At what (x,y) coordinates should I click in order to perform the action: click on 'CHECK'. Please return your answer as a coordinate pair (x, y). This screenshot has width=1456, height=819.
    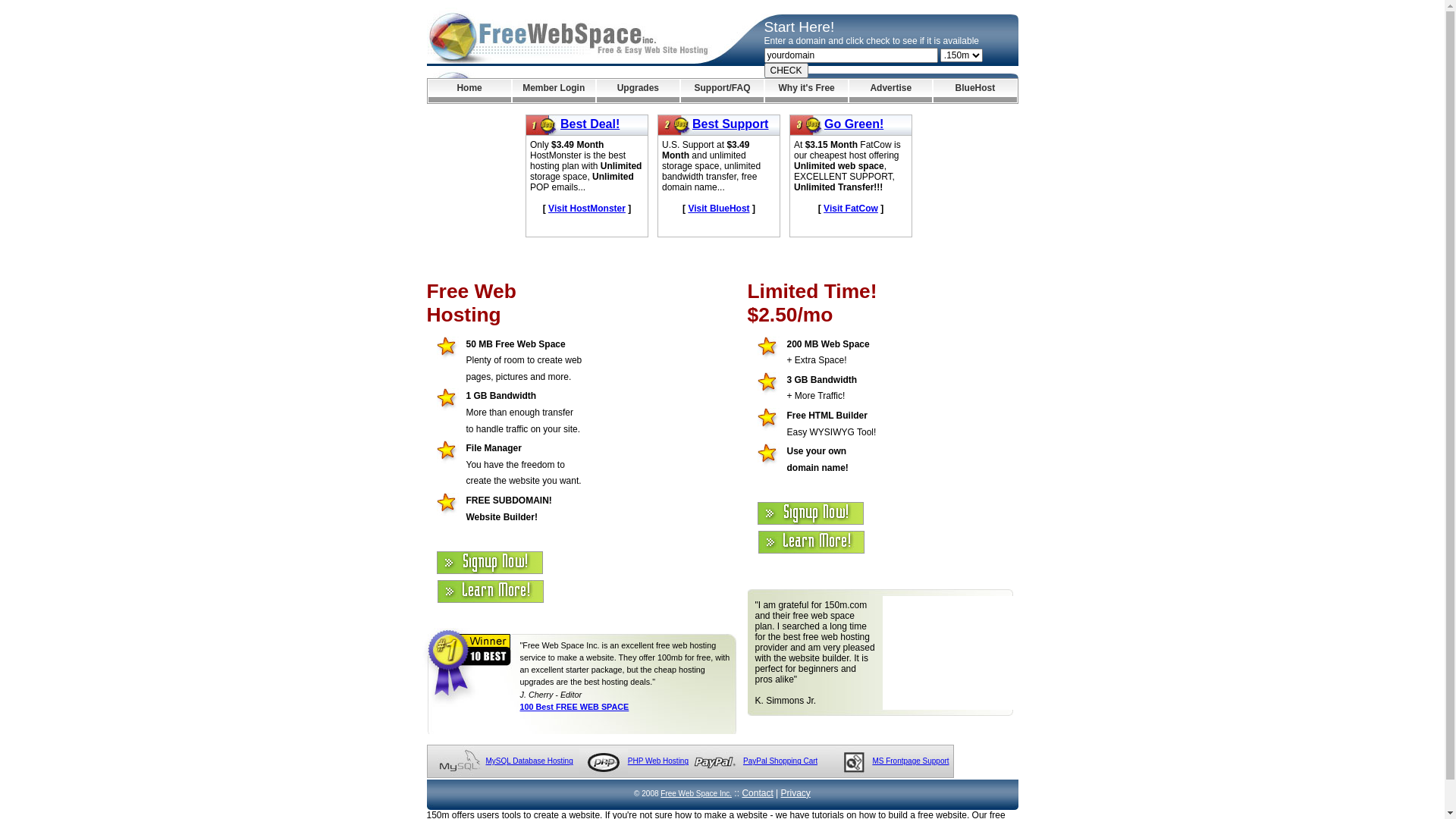
    Looking at the image, I should click on (786, 70).